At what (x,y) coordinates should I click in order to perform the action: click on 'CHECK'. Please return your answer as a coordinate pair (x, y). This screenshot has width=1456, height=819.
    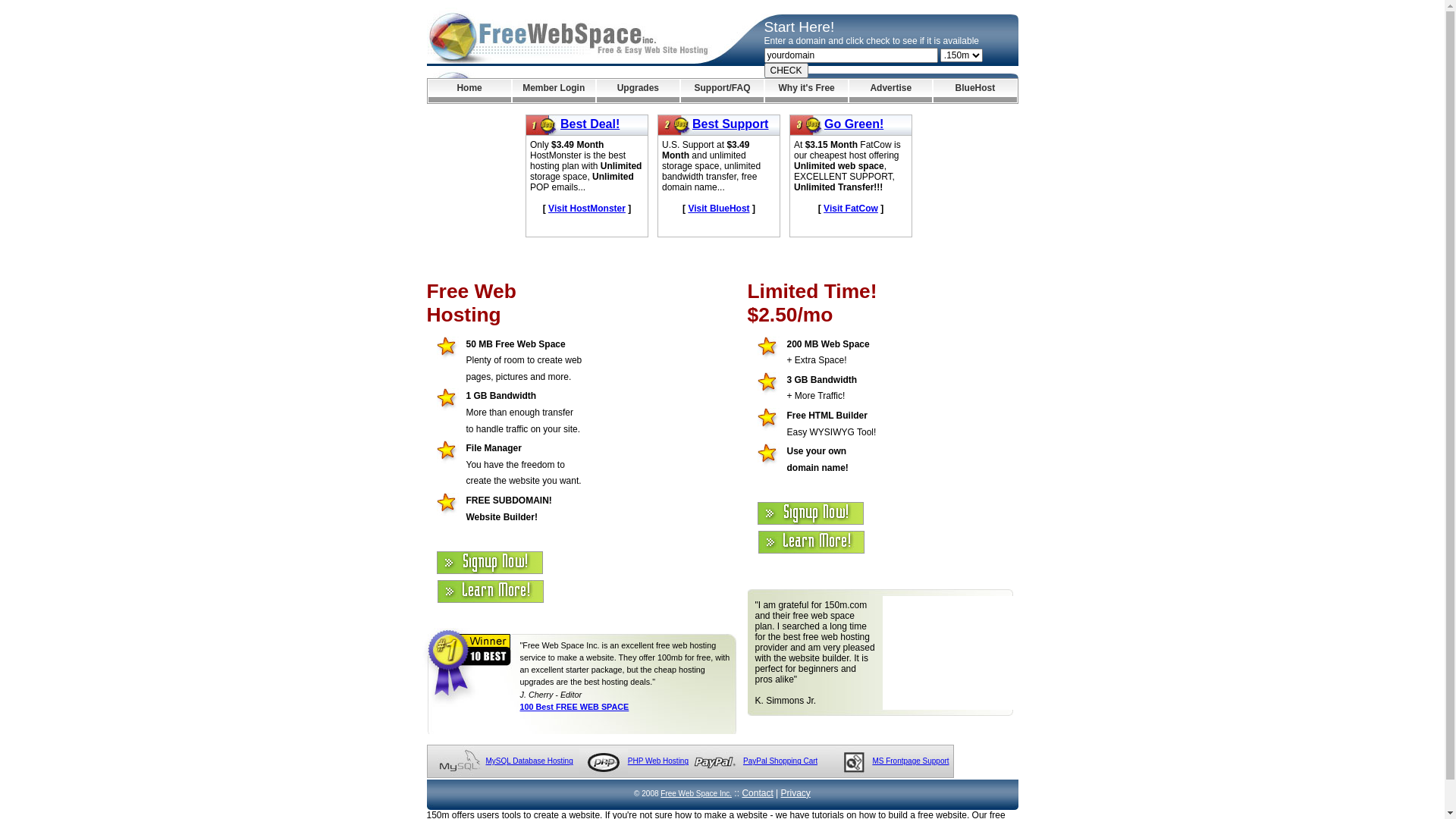
    Looking at the image, I should click on (786, 70).